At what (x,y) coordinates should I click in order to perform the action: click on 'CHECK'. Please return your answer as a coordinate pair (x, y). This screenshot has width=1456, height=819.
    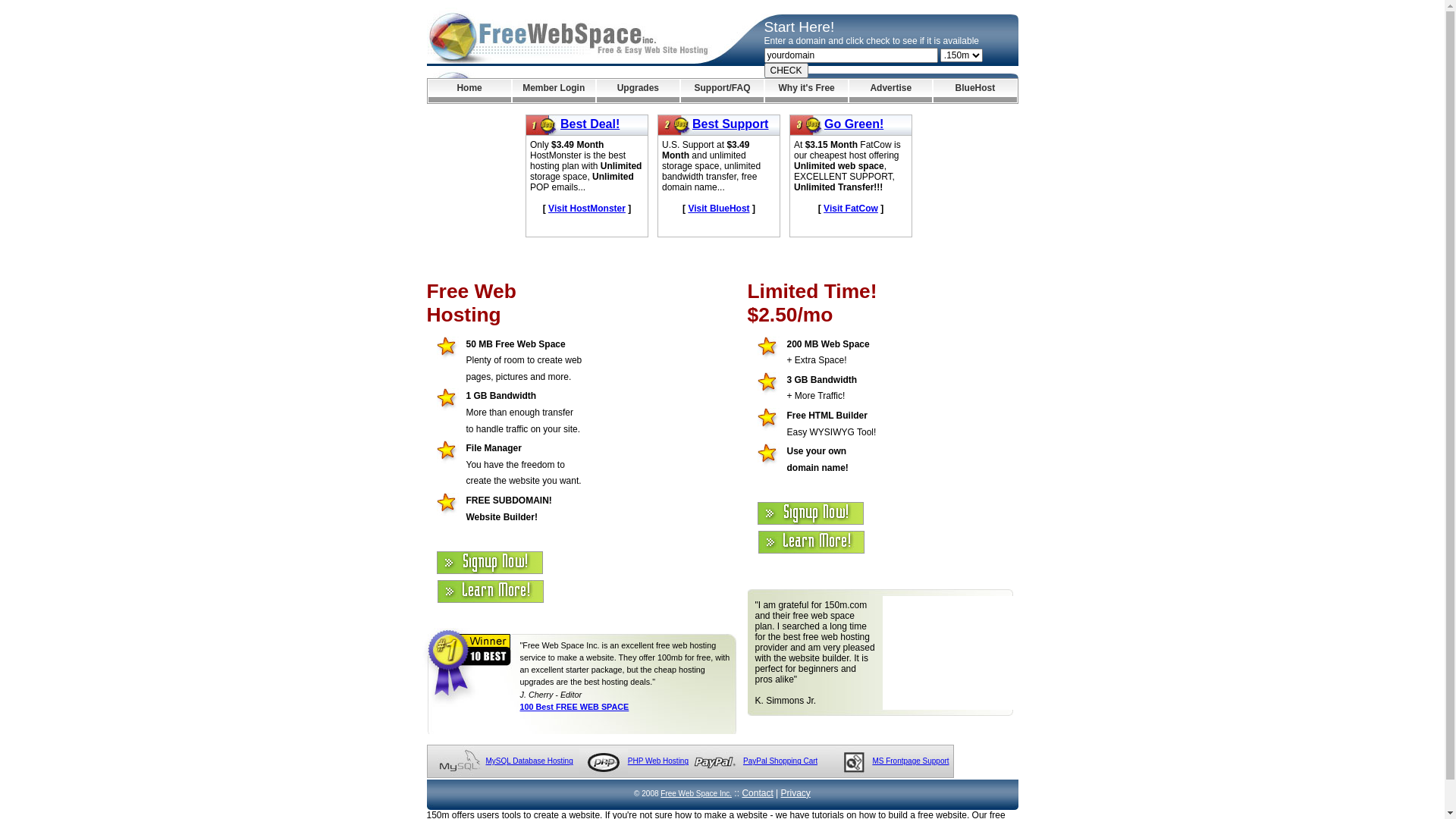
    Looking at the image, I should click on (786, 70).